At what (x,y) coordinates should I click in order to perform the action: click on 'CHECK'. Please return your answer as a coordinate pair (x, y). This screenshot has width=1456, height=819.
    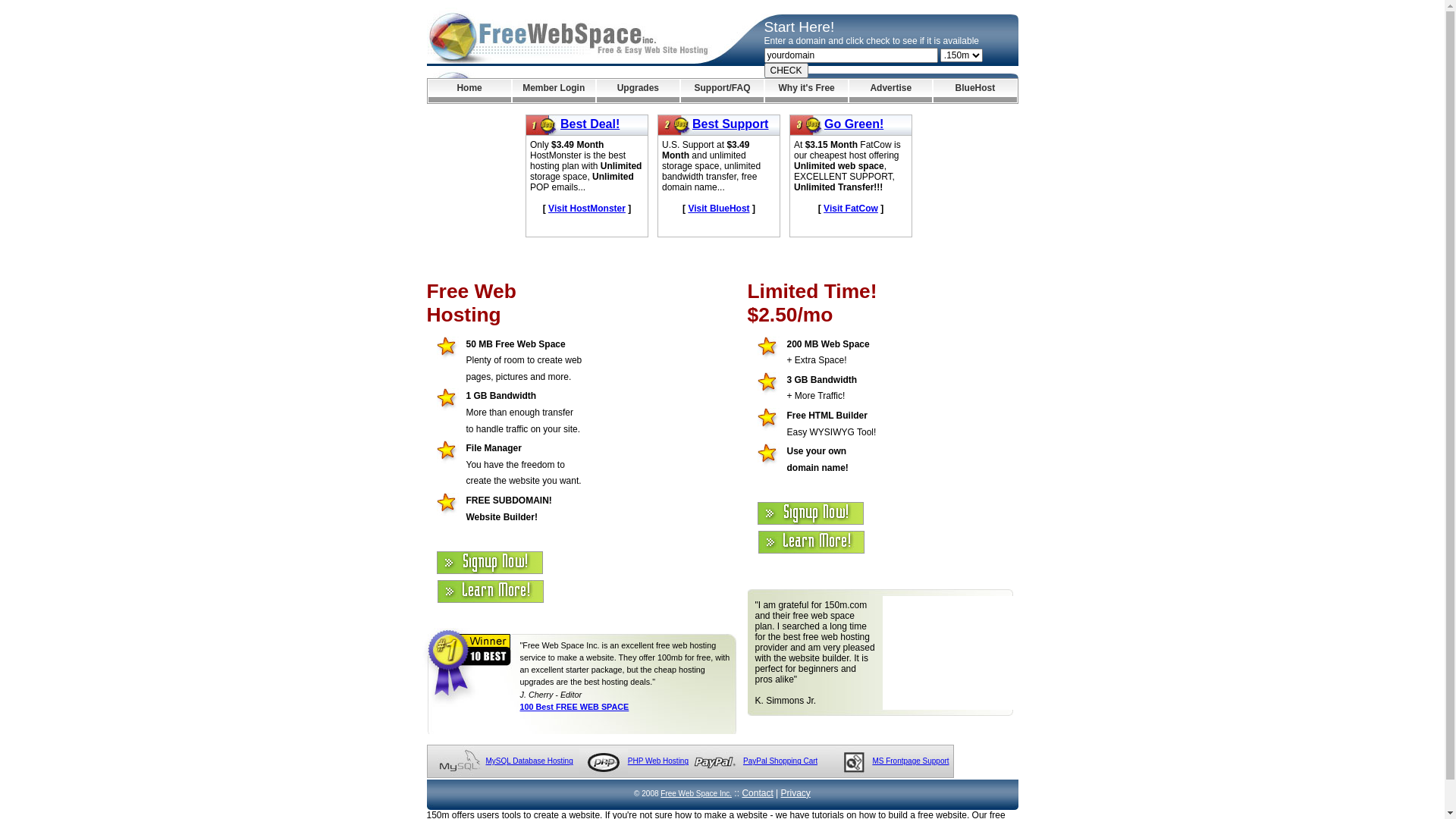
    Looking at the image, I should click on (786, 70).